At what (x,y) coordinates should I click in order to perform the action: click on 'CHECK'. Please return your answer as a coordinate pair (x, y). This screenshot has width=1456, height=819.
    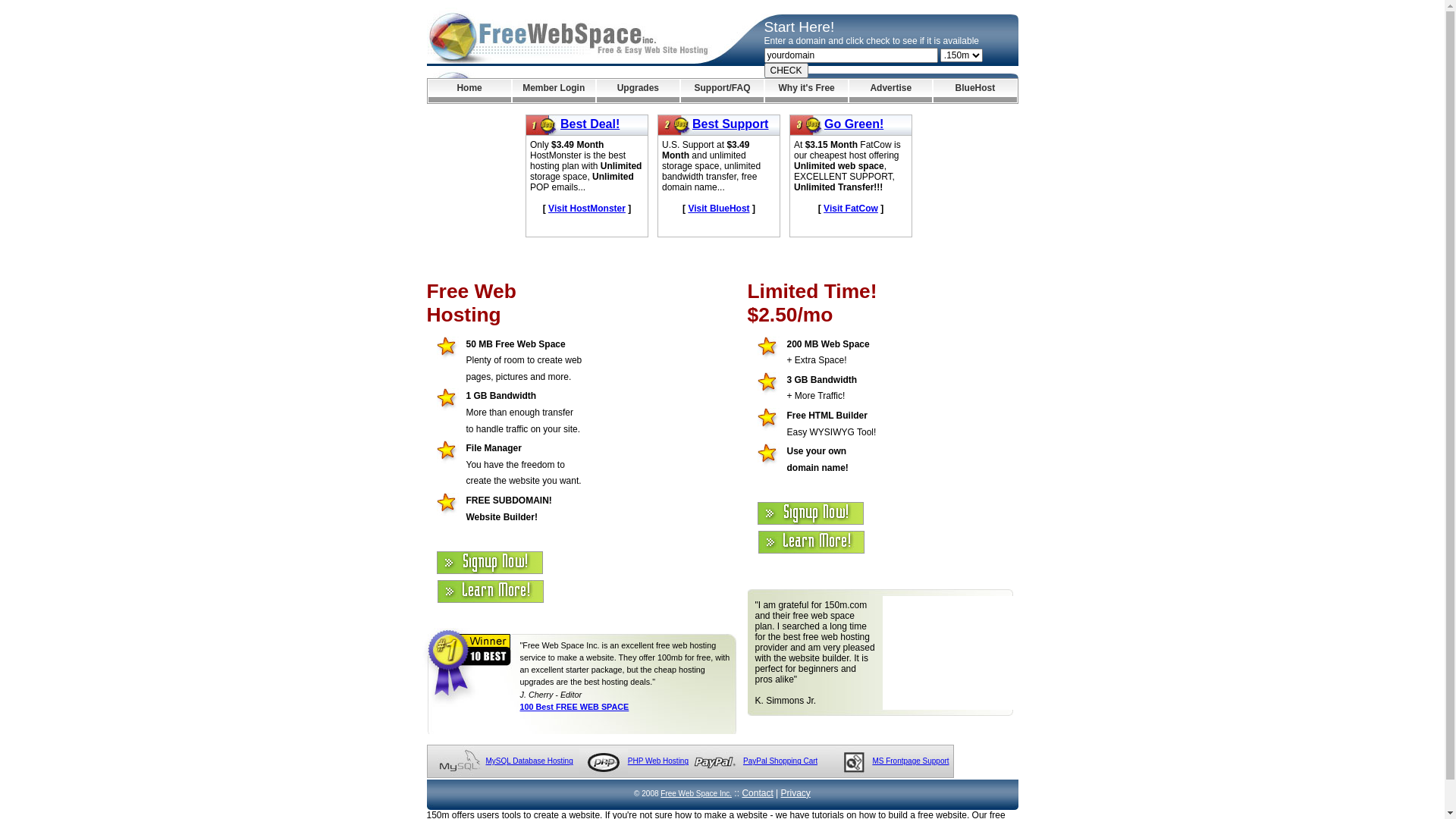
    Looking at the image, I should click on (786, 70).